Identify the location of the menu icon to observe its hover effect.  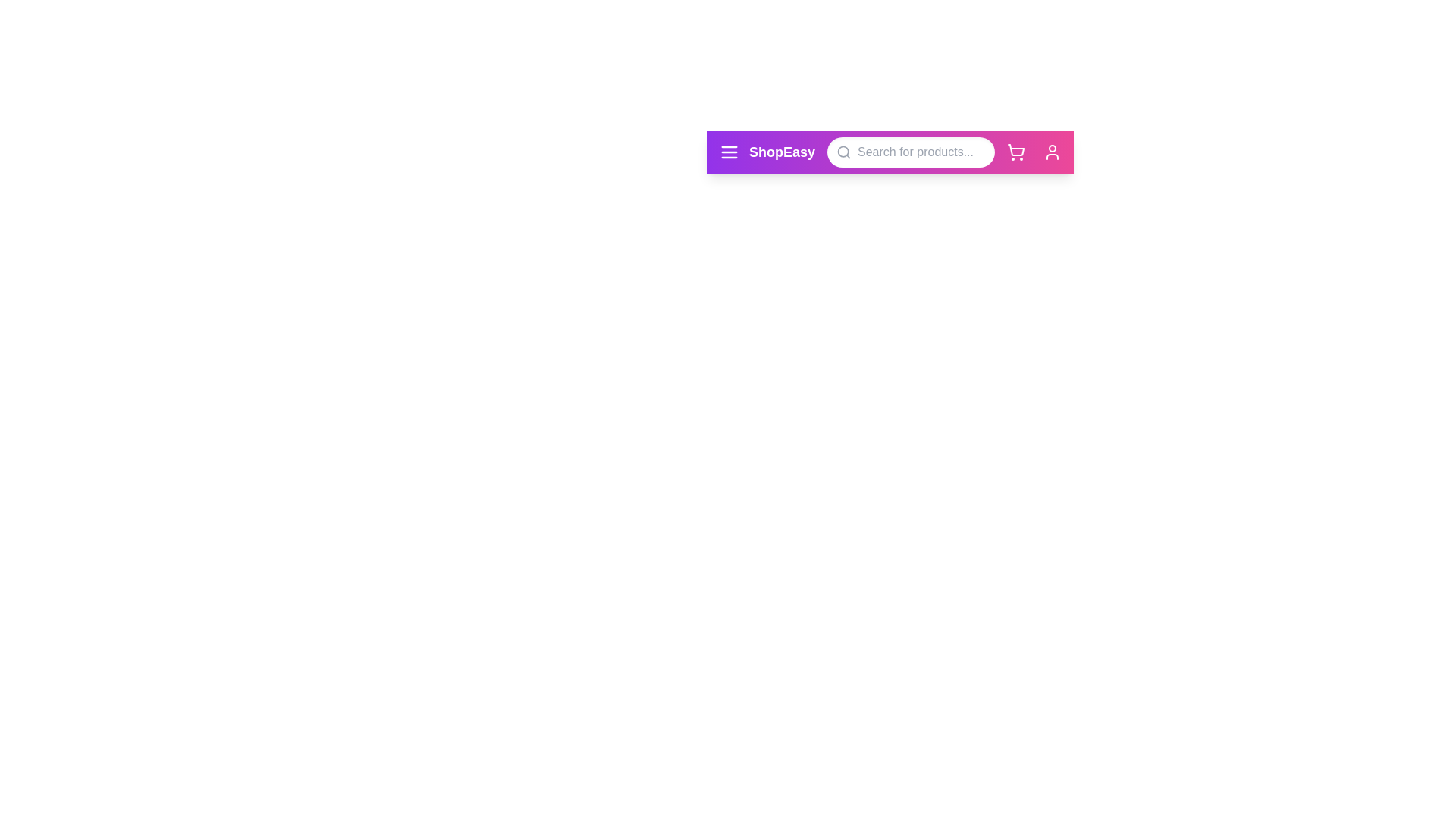
(729, 152).